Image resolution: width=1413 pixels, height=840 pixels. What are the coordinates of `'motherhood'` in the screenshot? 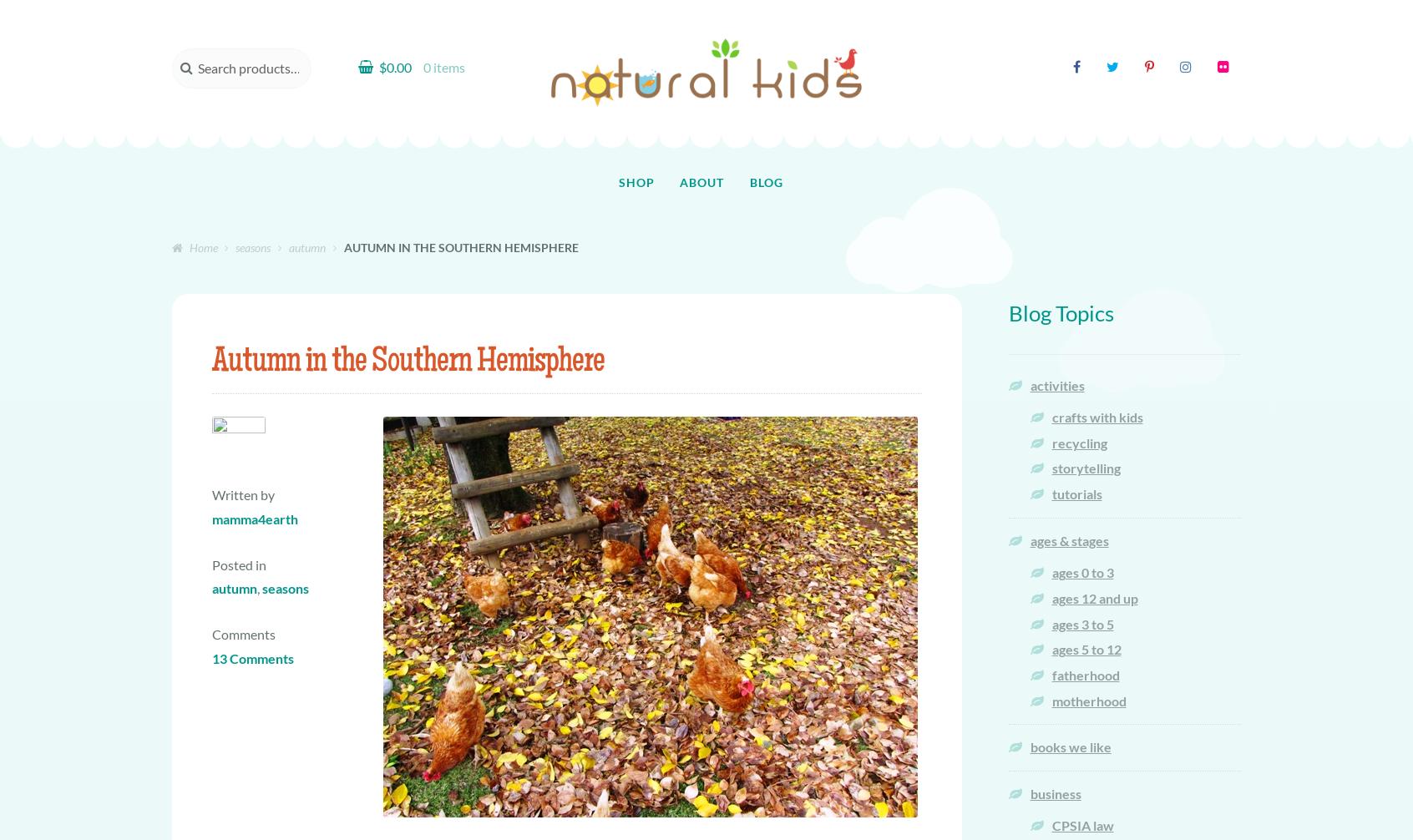 It's located at (1087, 699).